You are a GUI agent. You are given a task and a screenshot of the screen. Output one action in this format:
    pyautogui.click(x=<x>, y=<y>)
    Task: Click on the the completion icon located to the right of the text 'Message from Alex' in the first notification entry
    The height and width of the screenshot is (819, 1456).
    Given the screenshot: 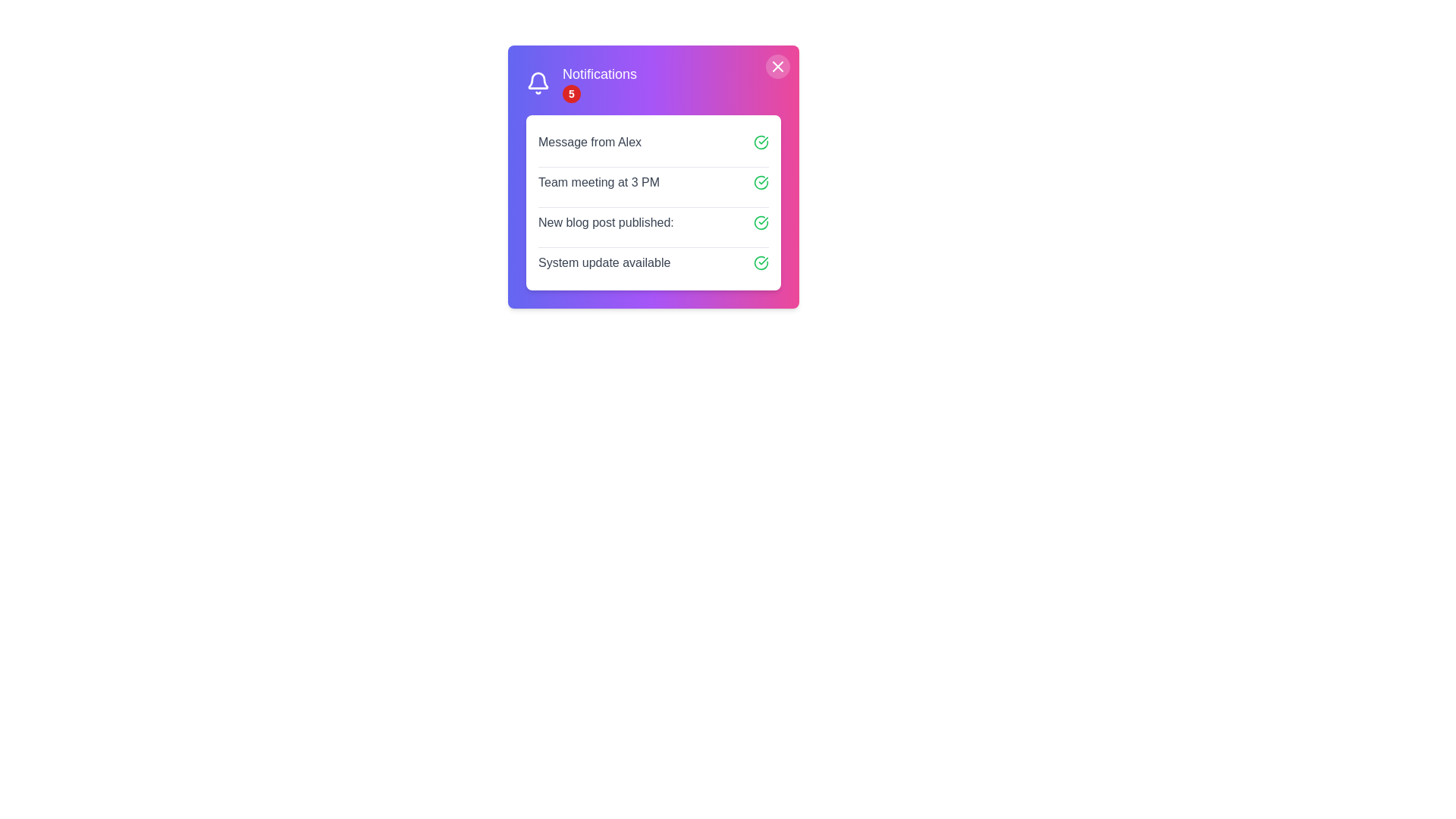 What is the action you would take?
    pyautogui.click(x=761, y=143)
    